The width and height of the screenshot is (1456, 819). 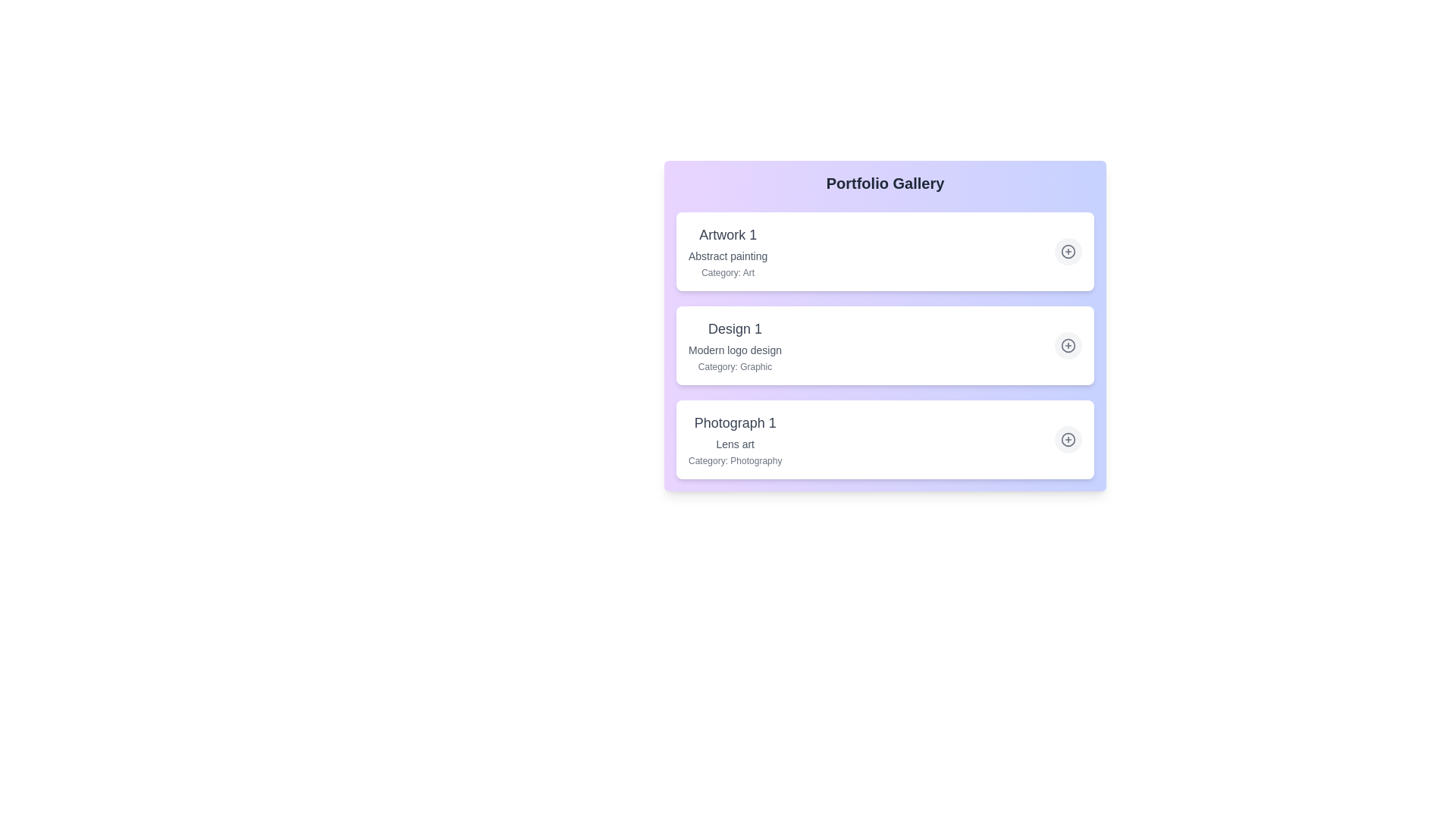 I want to click on the list item corresponding to Artwork 1, so click(x=885, y=250).